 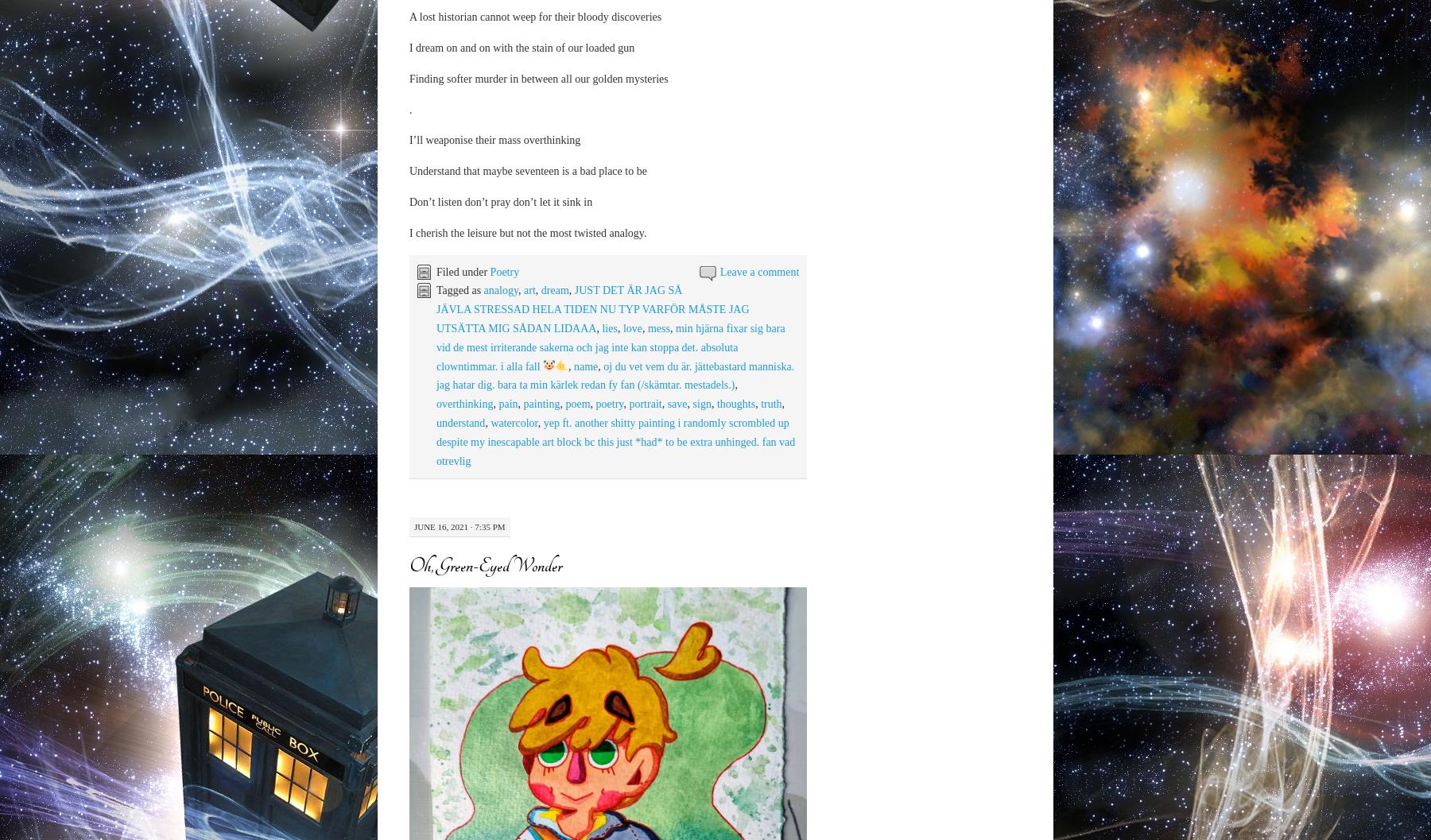 I want to click on 'lies', so click(x=608, y=327).